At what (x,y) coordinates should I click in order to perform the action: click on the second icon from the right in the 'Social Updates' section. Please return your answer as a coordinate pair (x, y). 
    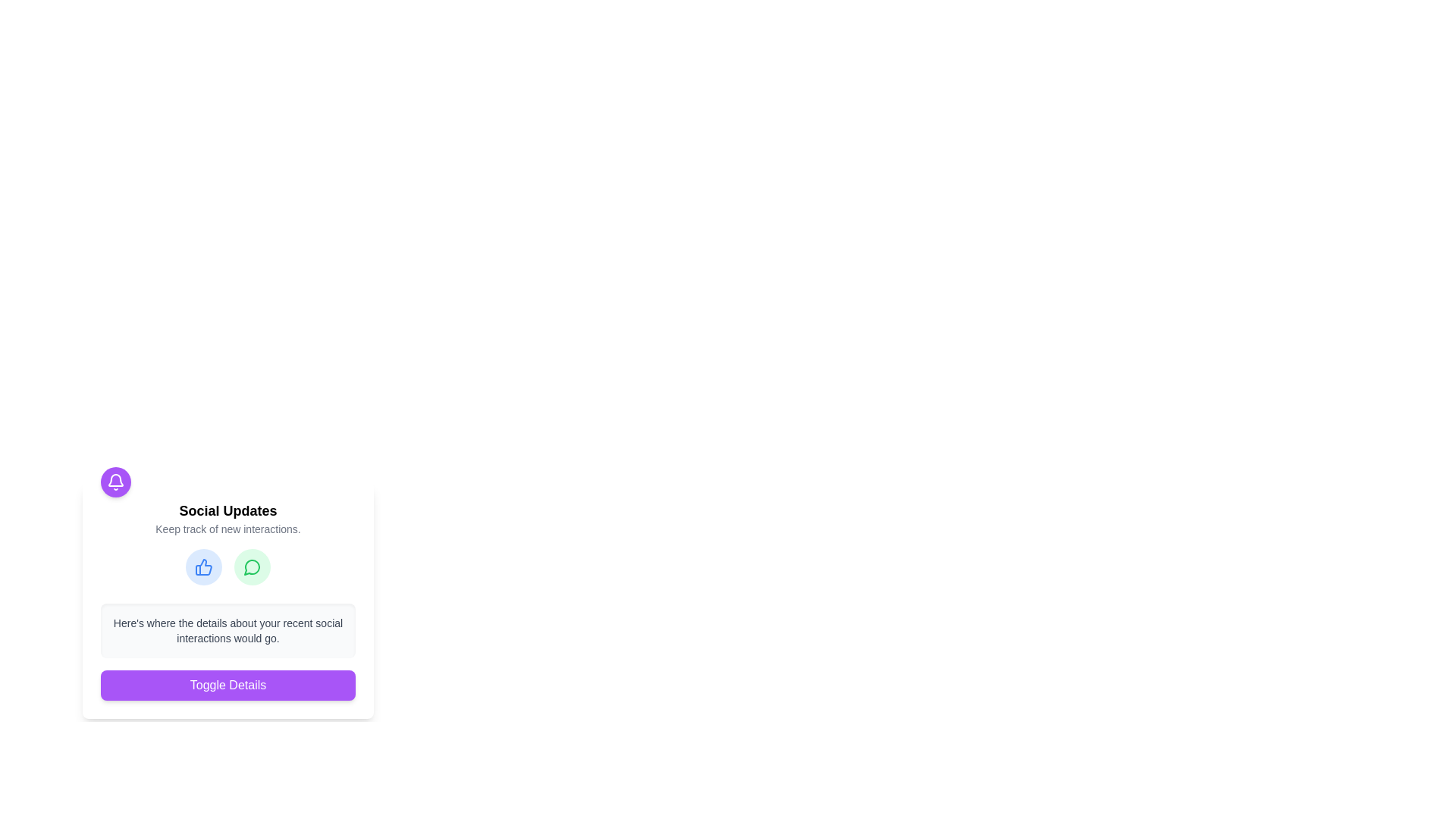
    Looking at the image, I should click on (252, 567).